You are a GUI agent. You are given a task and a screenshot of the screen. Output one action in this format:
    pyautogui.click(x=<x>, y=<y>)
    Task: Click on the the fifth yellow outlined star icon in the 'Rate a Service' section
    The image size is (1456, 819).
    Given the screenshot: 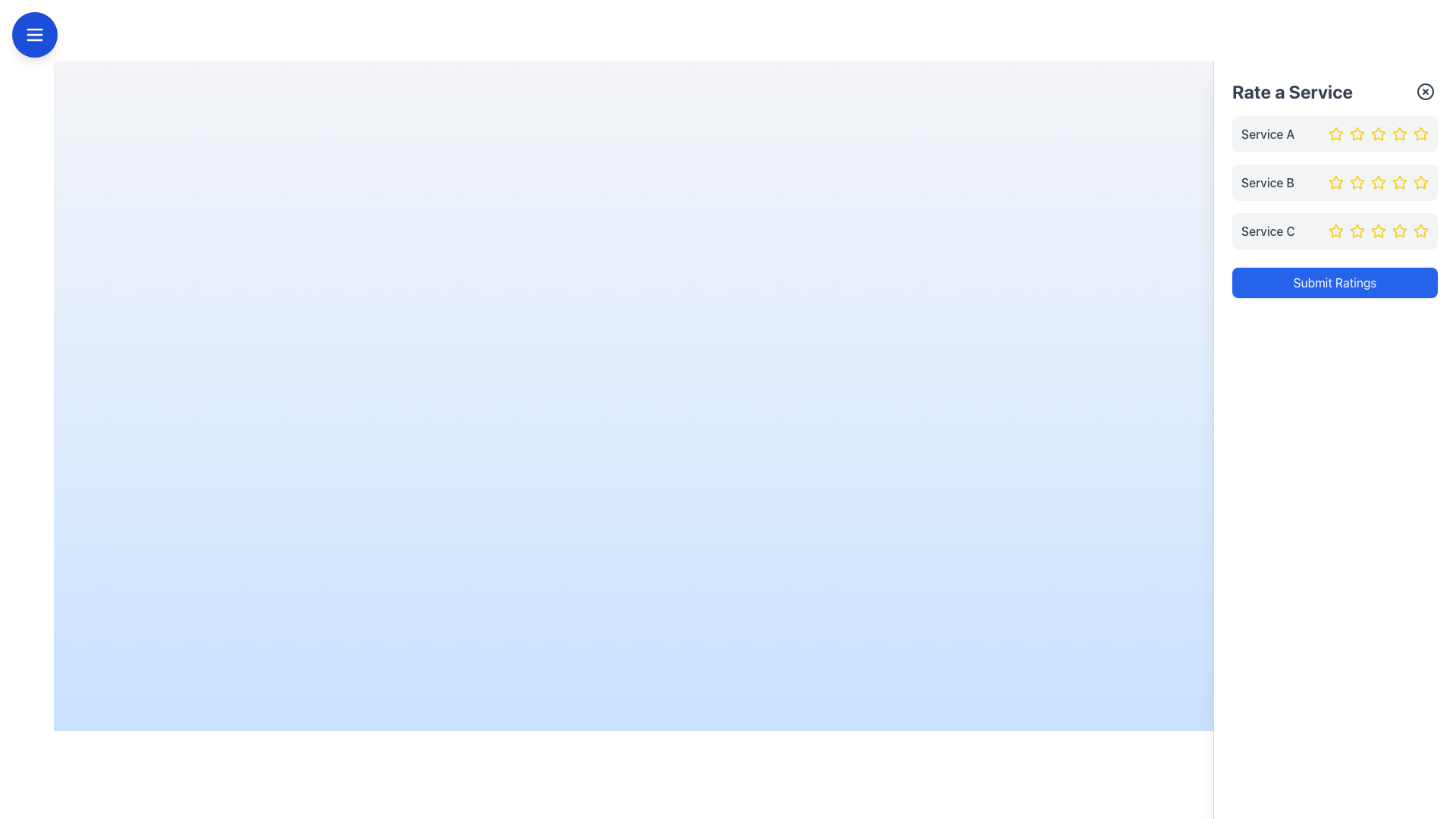 What is the action you would take?
    pyautogui.click(x=1399, y=181)
    